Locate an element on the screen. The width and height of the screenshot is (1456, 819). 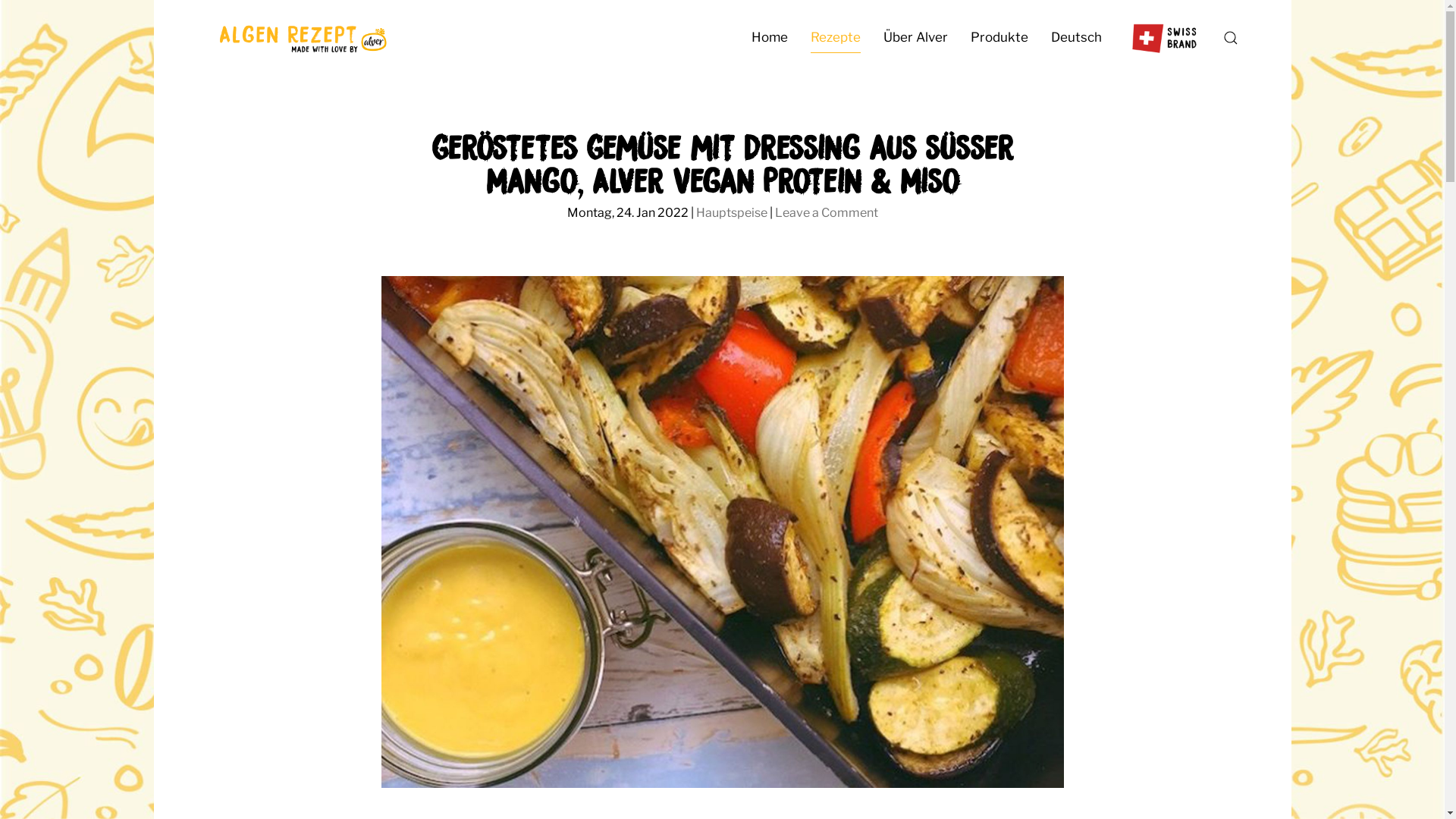
'Algen Rezepte | Made with love by Alver World SA' is located at coordinates (301, 37).